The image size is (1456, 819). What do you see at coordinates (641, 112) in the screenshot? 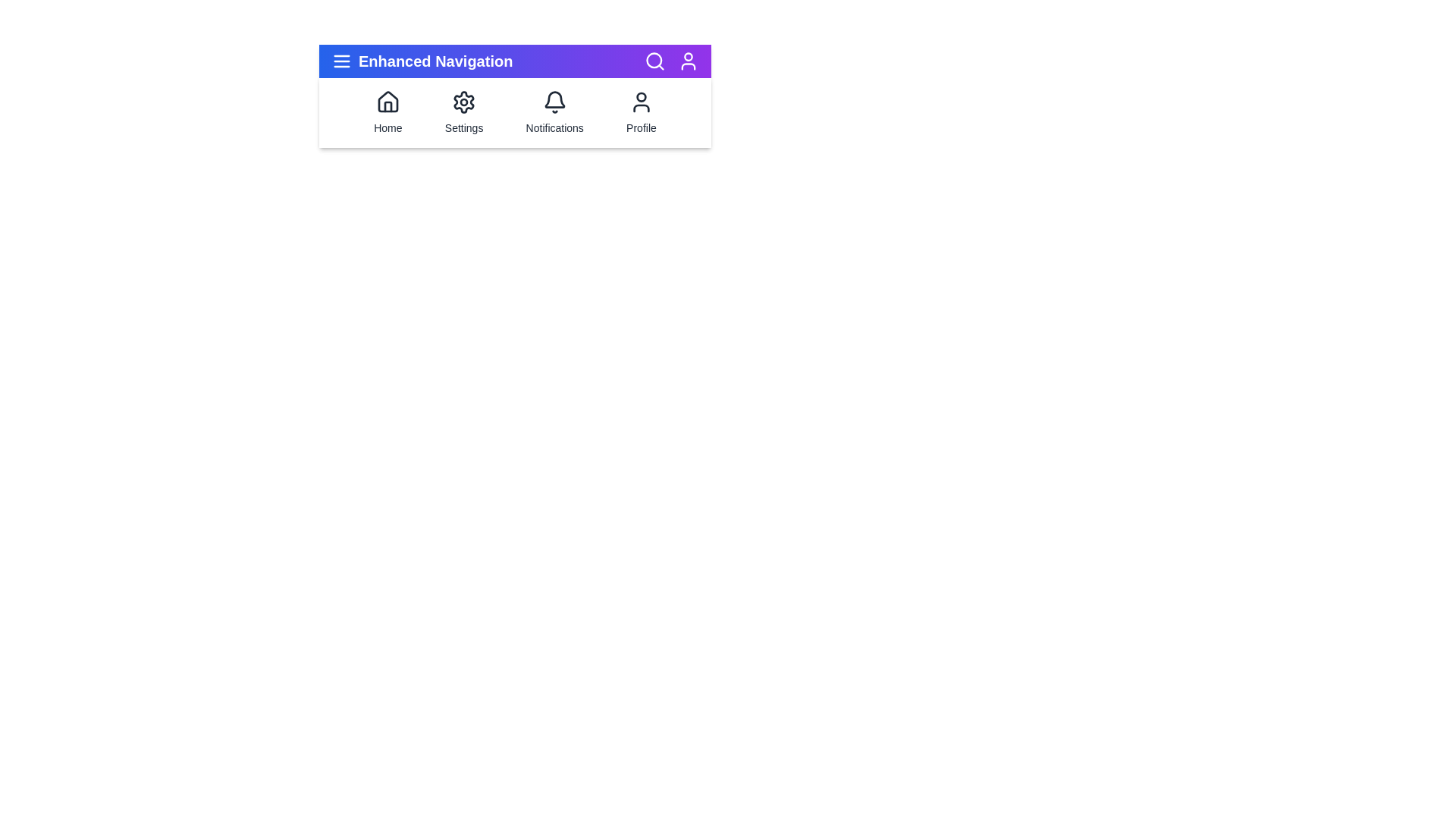
I see `the navigation item Profile` at bounding box center [641, 112].